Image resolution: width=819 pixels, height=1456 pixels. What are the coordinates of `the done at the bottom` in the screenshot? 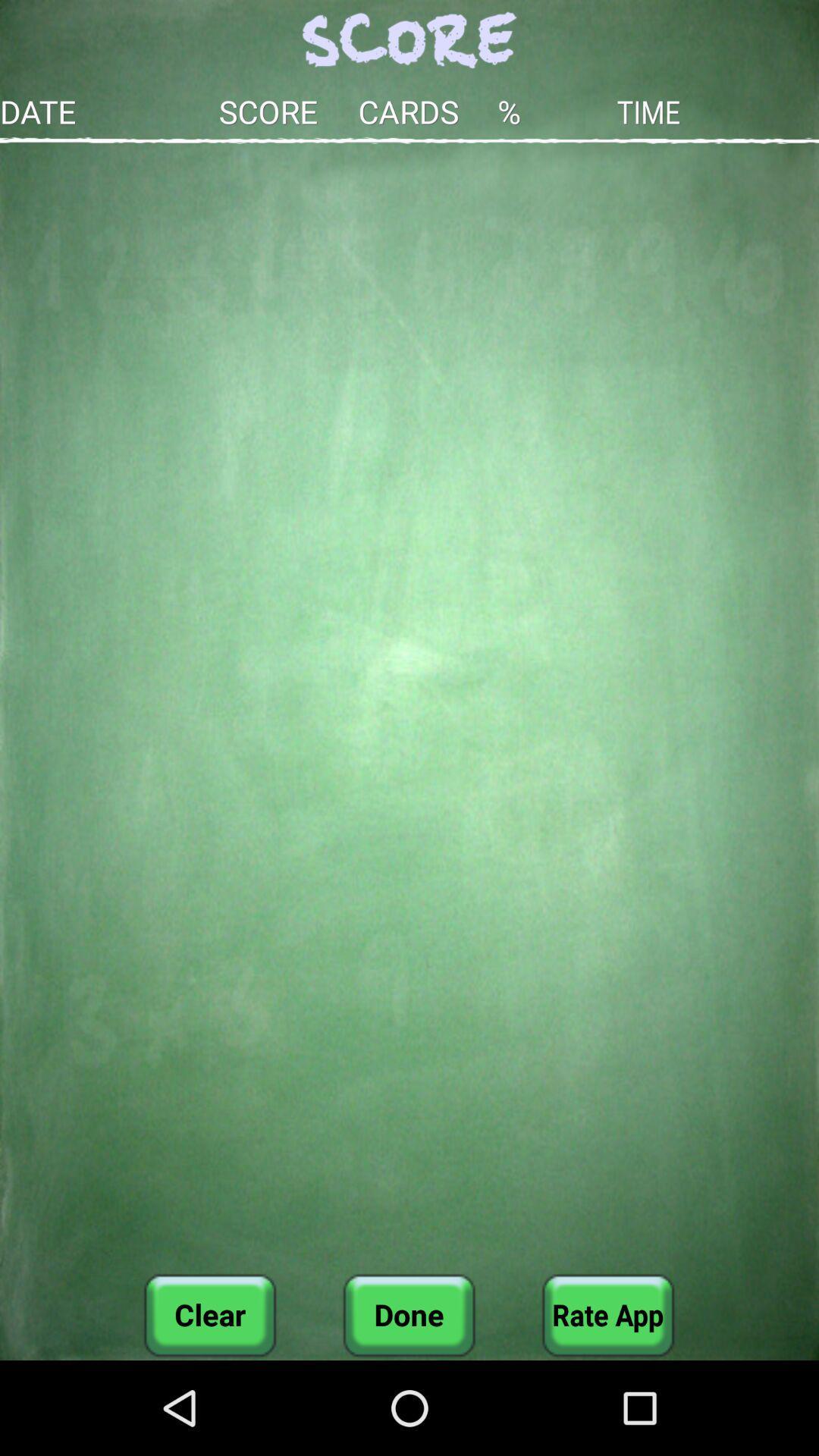 It's located at (408, 1314).